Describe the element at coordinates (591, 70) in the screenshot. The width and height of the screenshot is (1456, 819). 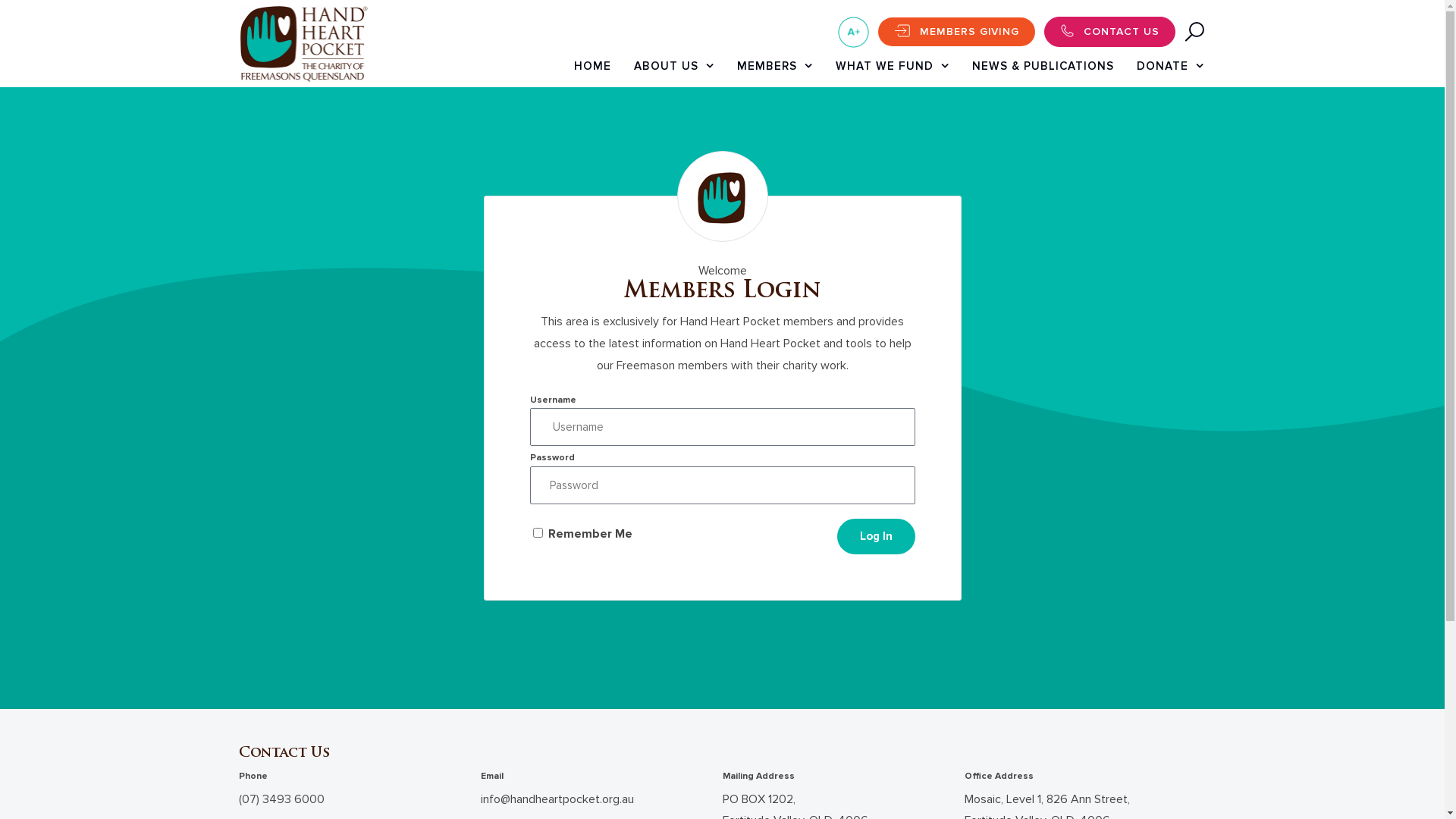
I see `'HOME'` at that location.